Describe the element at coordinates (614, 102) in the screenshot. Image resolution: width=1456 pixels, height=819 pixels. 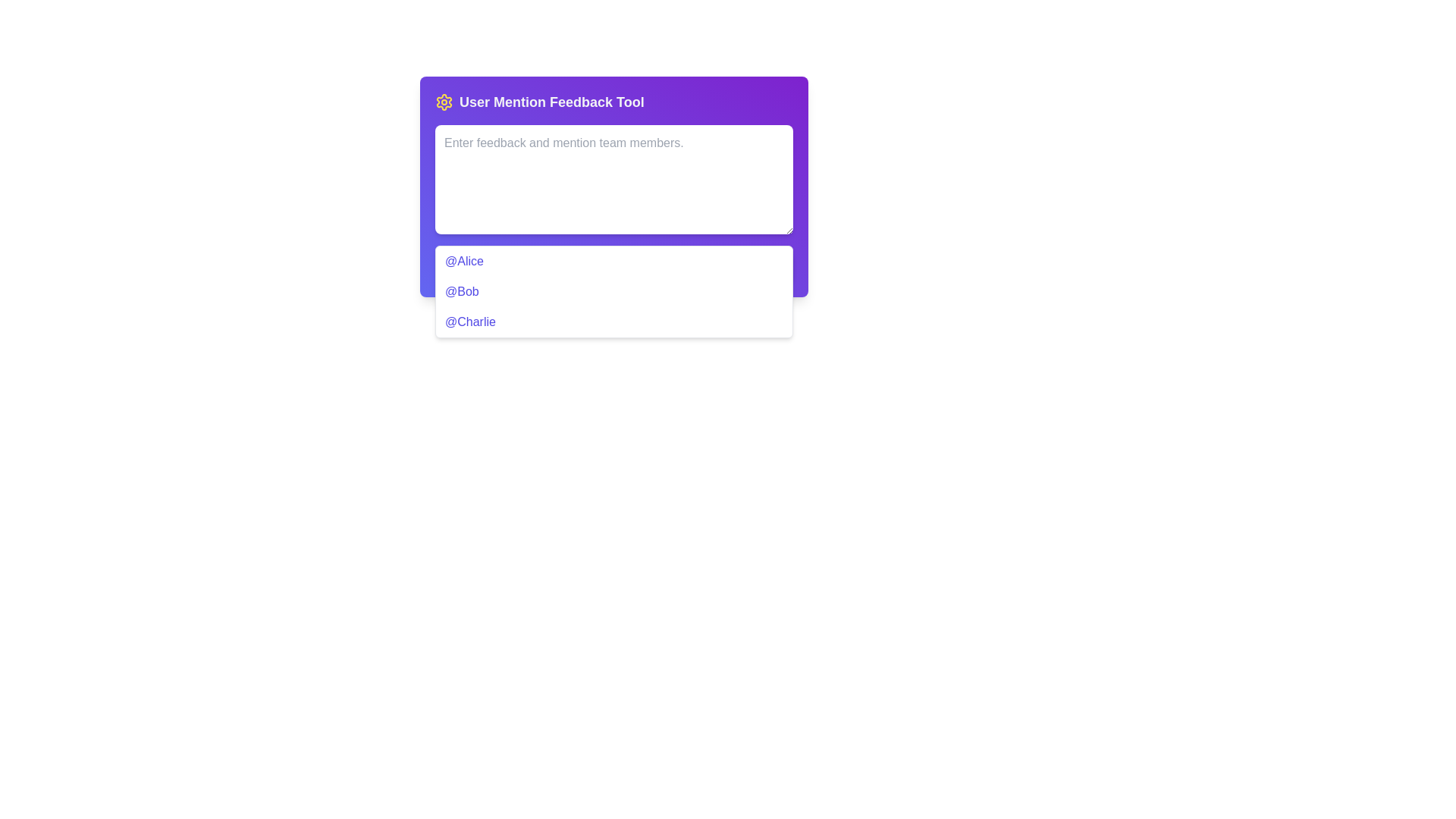
I see `the Header or Title element, which serves as the topmost component providing context to the user` at that location.